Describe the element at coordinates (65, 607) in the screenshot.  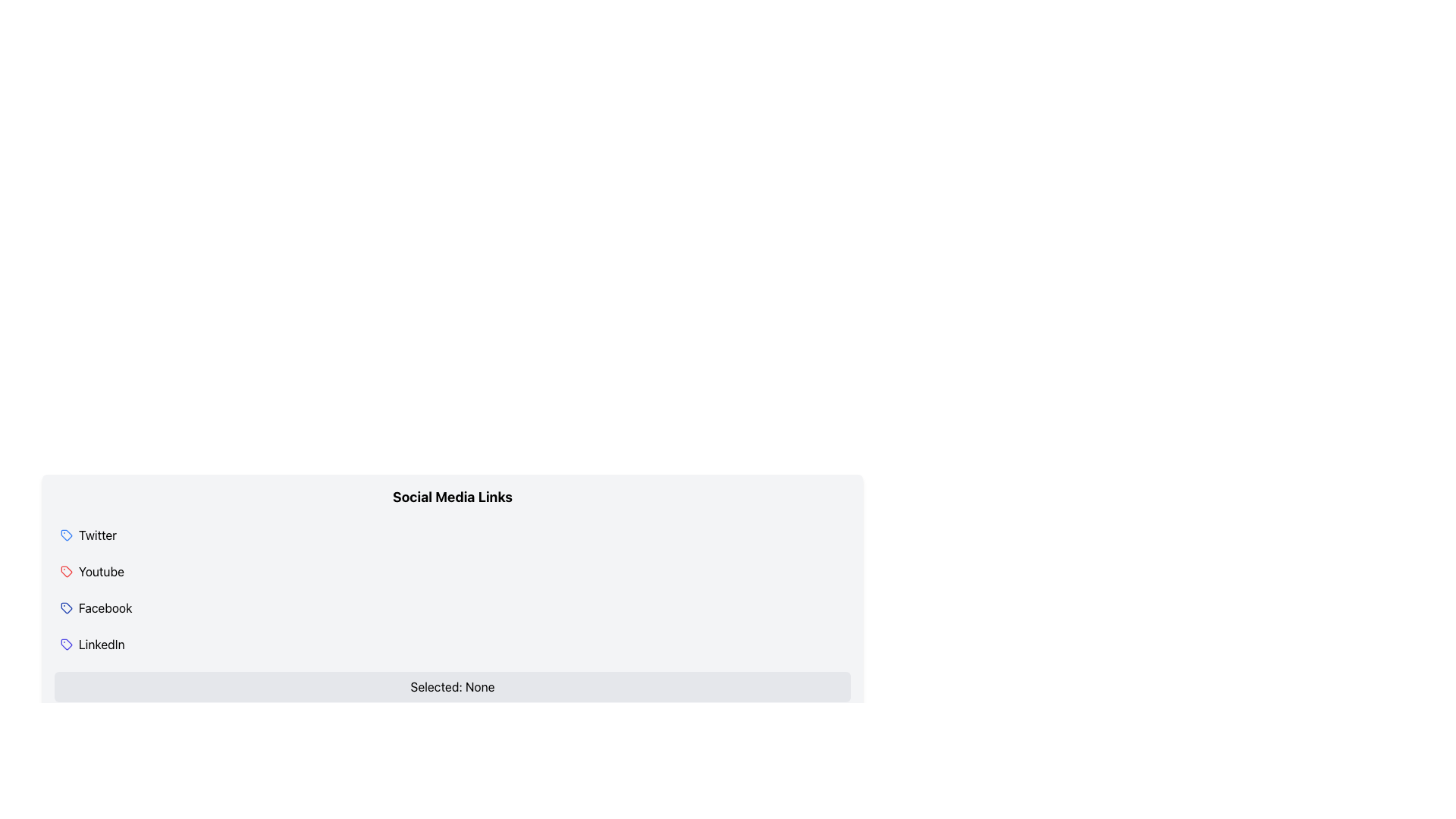
I see `the icon representing the 'Facebook' tag or label, which is positioned to the left of the text 'Facebook' in the list item` at that location.